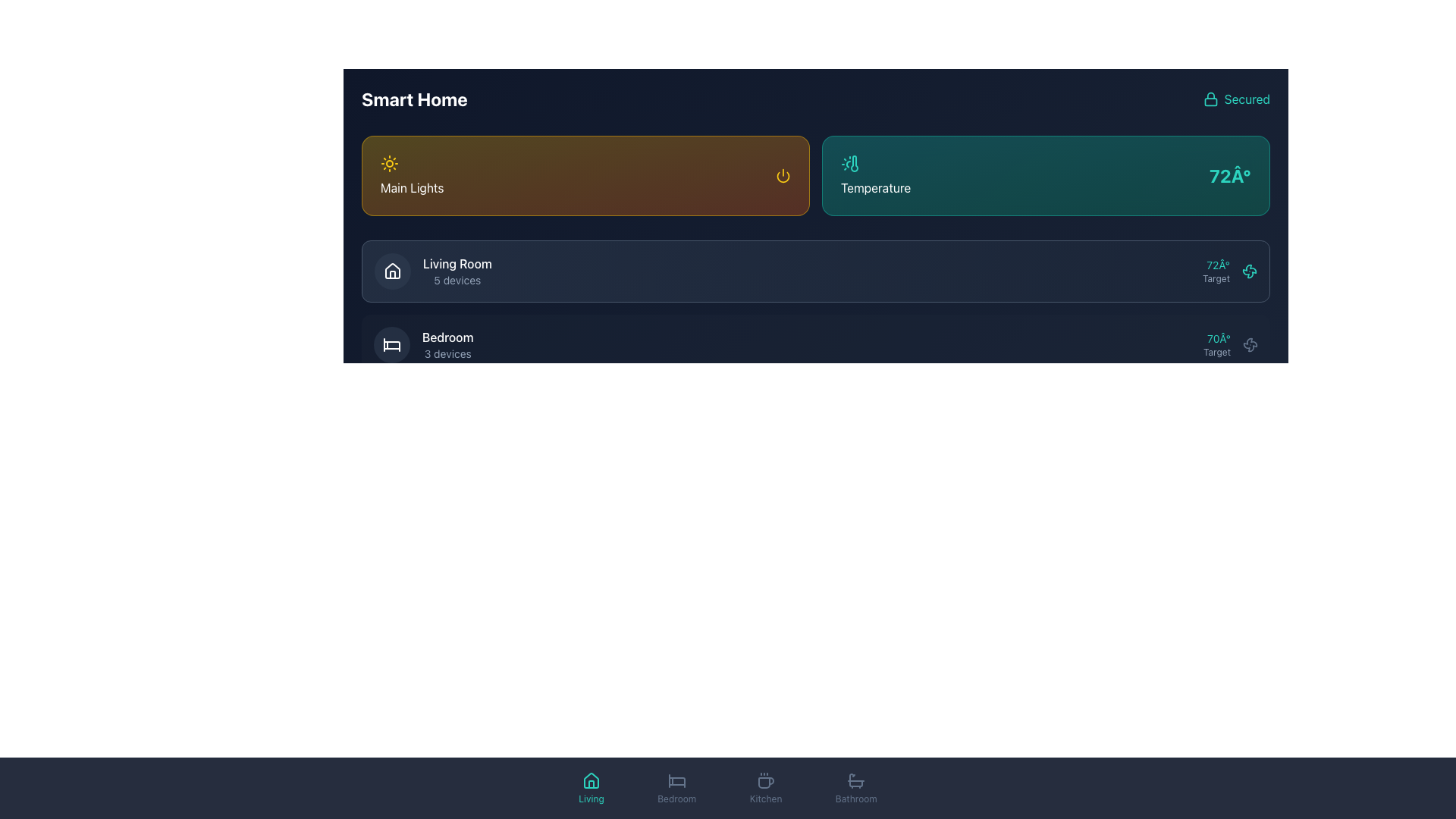  Describe the element at coordinates (1216, 271) in the screenshot. I see `the text display that shows '72°' in teal font, located in the top-right corner of the bottom panel` at that location.